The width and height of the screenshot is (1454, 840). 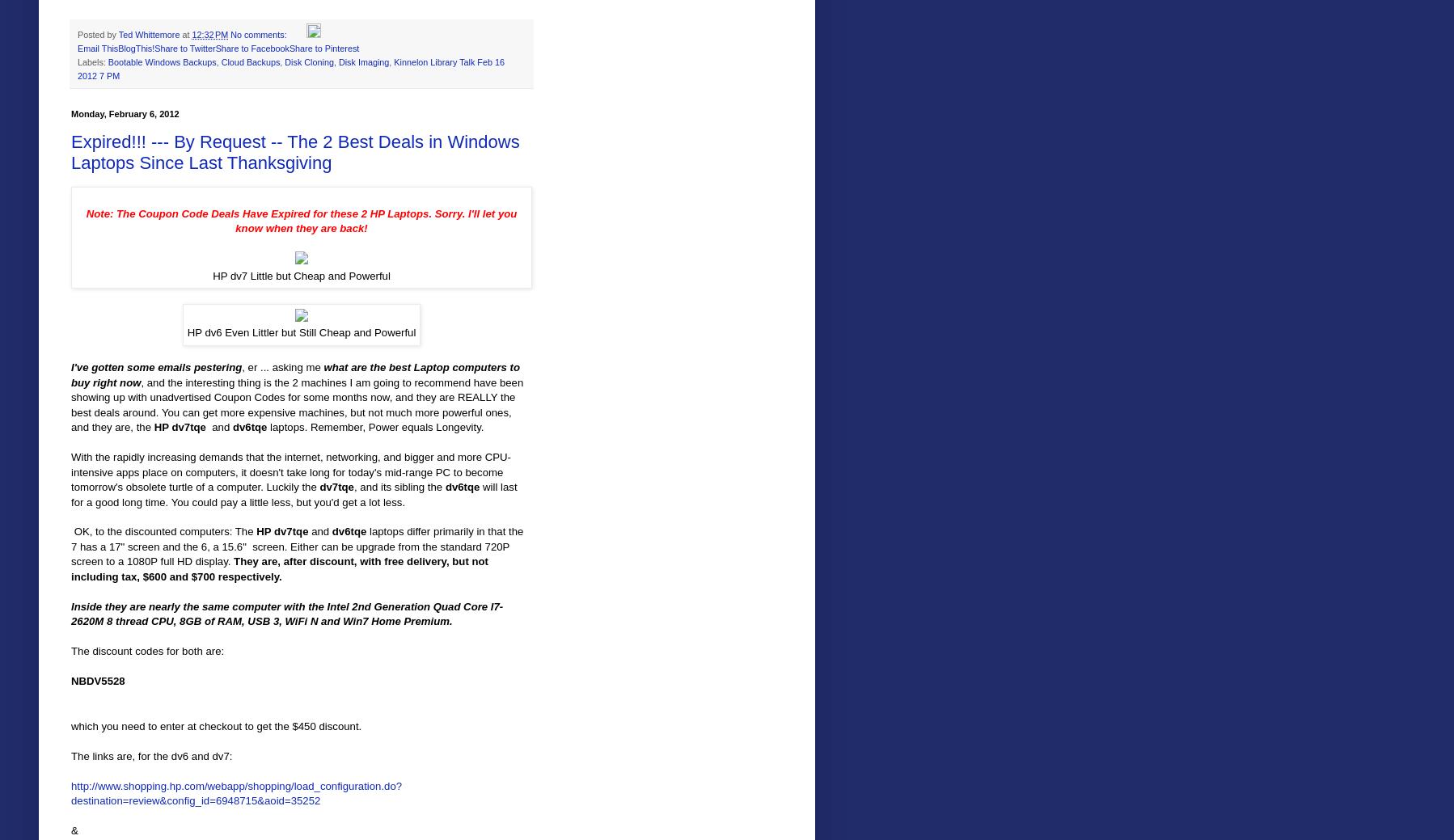 What do you see at coordinates (184, 47) in the screenshot?
I see `'Share to Twitter'` at bounding box center [184, 47].